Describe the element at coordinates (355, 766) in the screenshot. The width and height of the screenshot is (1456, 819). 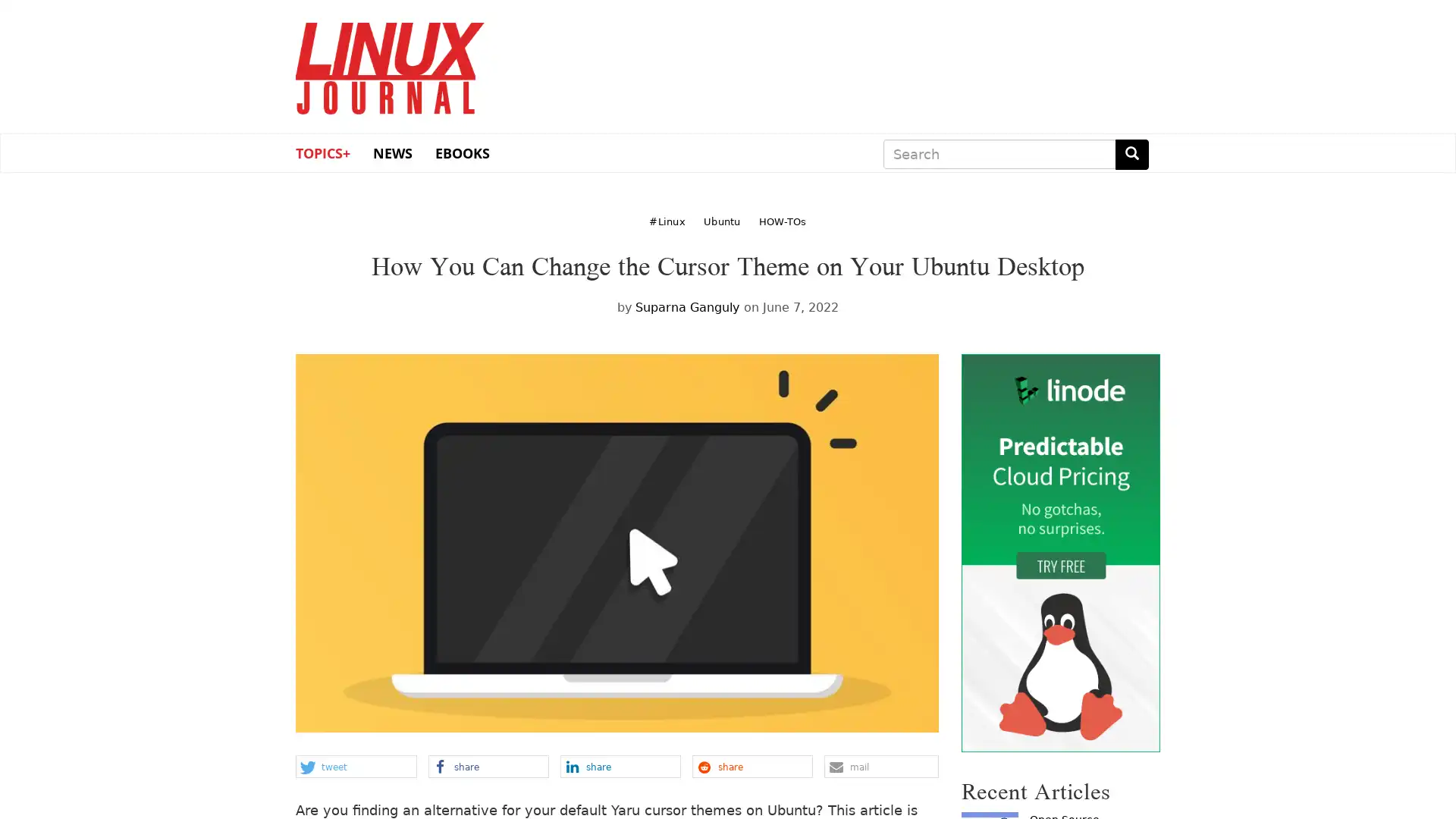
I see `Share on Twitter` at that location.